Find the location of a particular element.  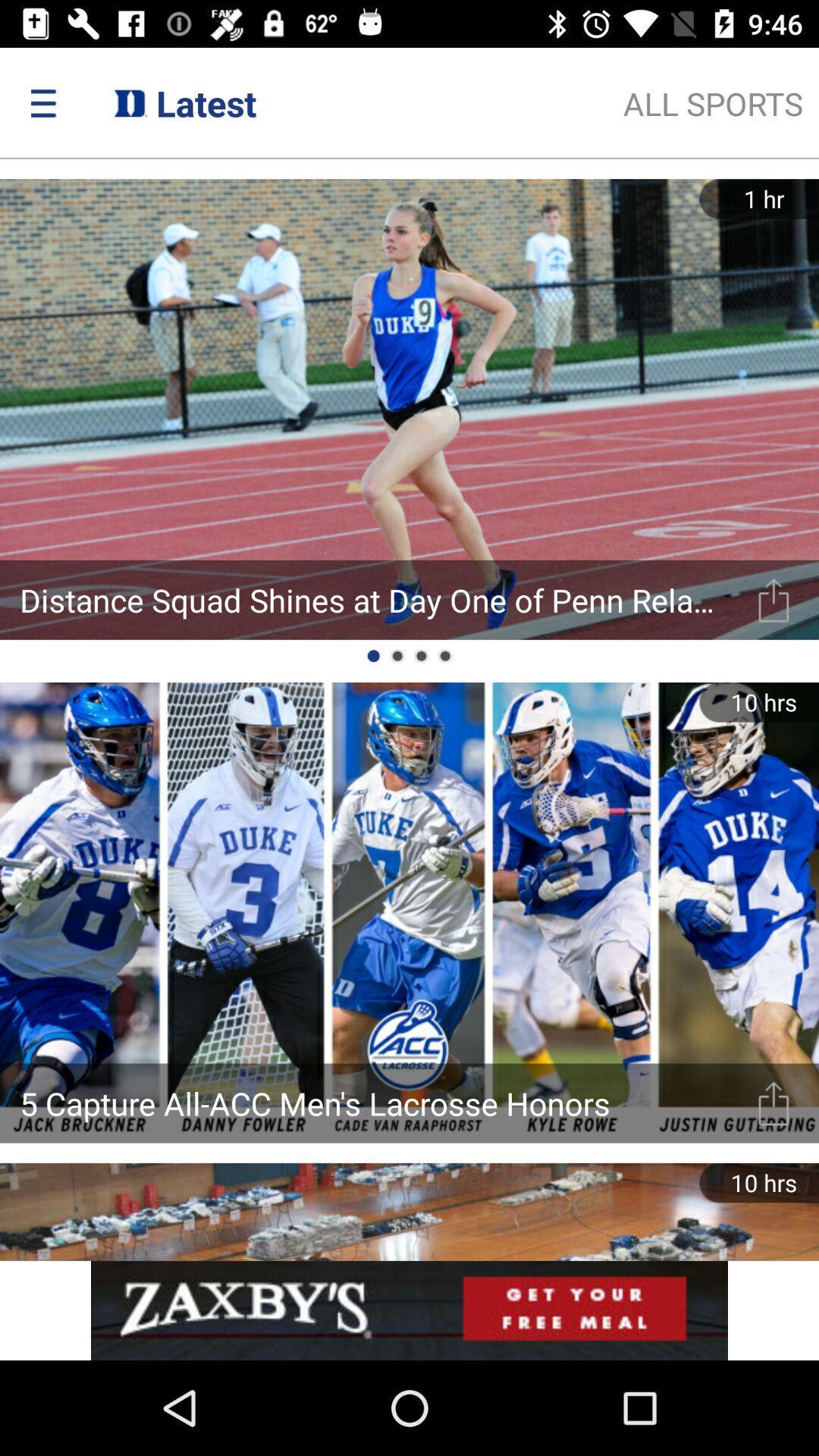

advertisement is located at coordinates (409, 1310).